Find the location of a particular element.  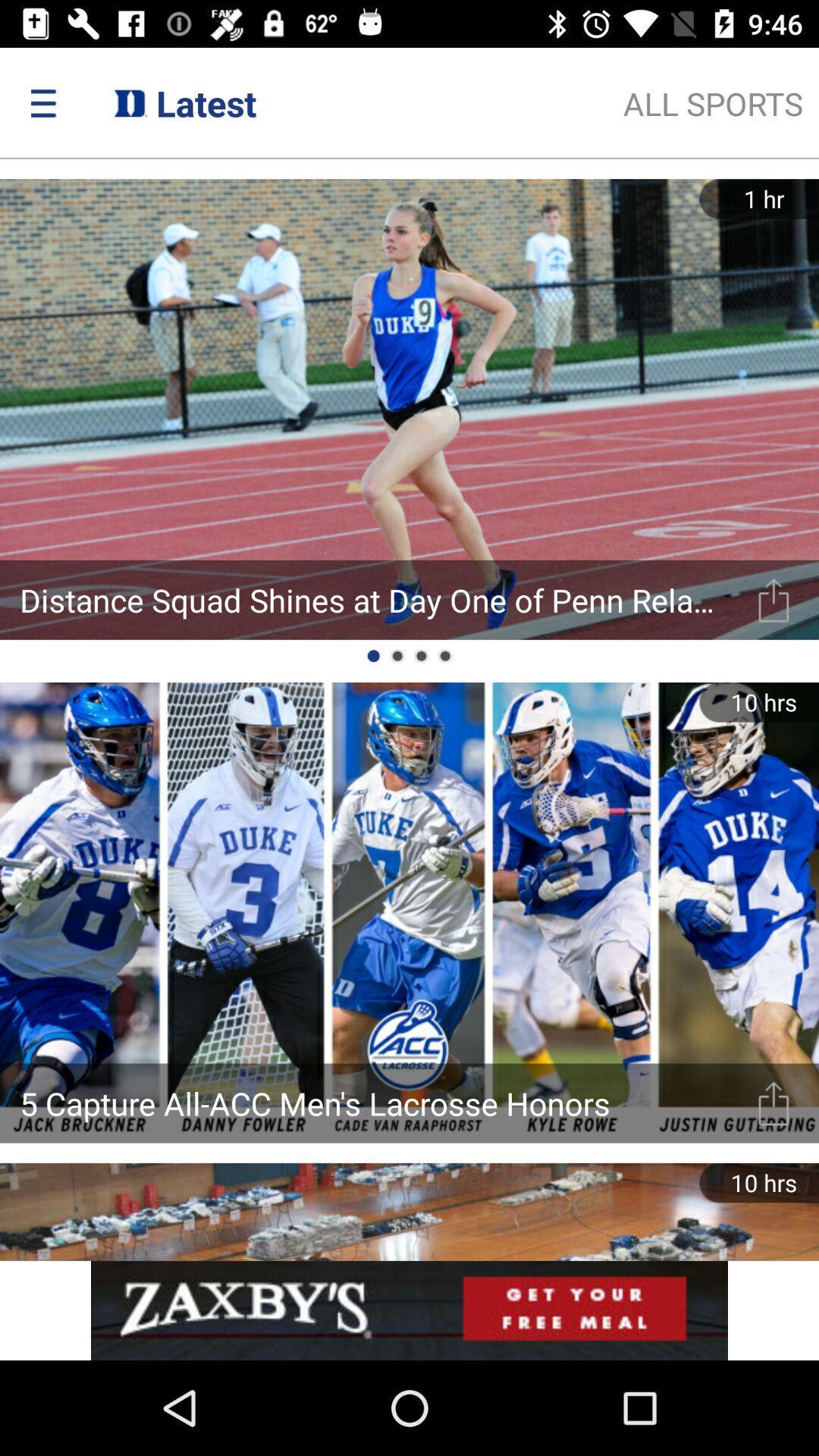

advertisement is located at coordinates (409, 1310).